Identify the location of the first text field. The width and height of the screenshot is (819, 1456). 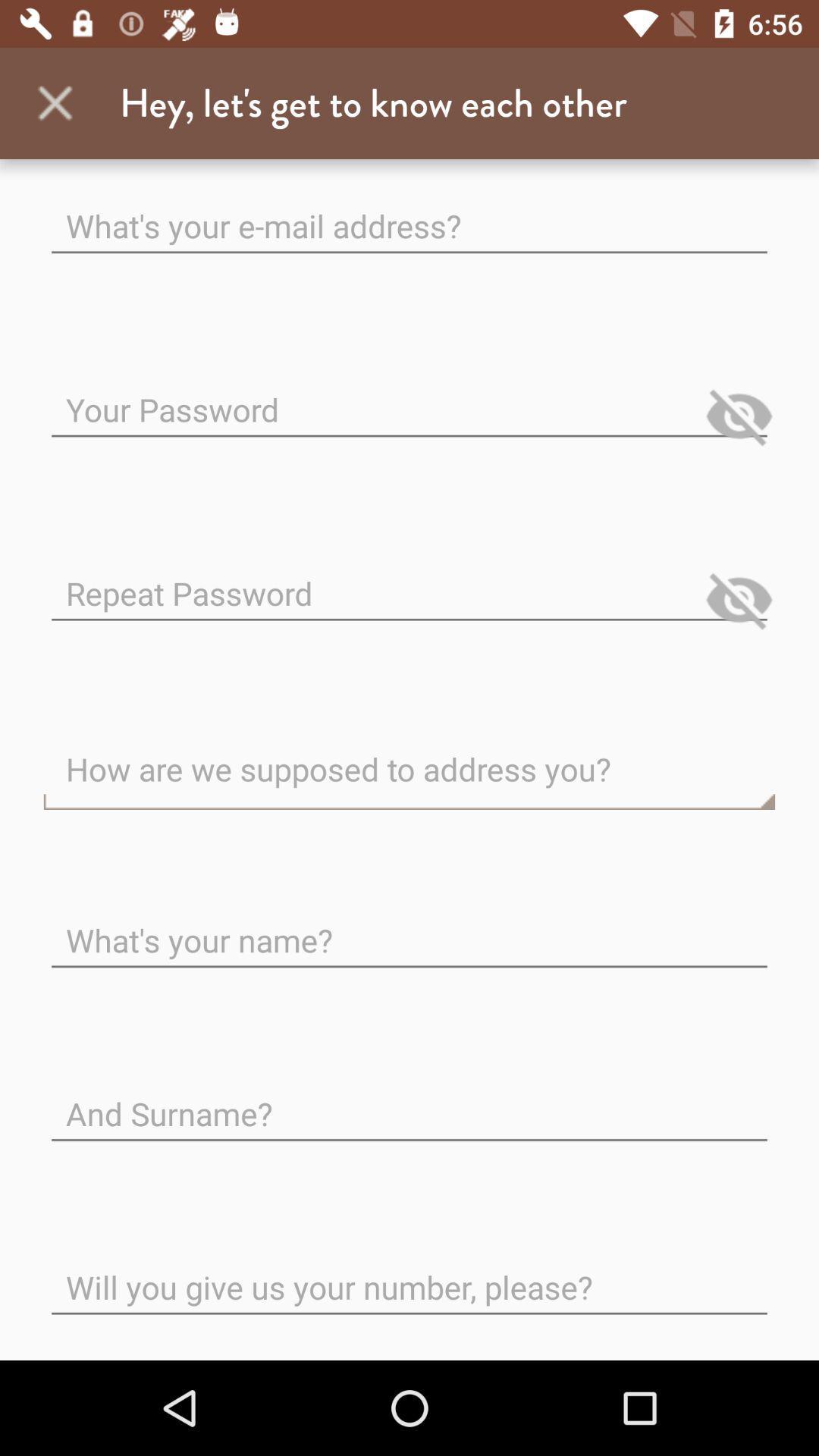
(409, 213).